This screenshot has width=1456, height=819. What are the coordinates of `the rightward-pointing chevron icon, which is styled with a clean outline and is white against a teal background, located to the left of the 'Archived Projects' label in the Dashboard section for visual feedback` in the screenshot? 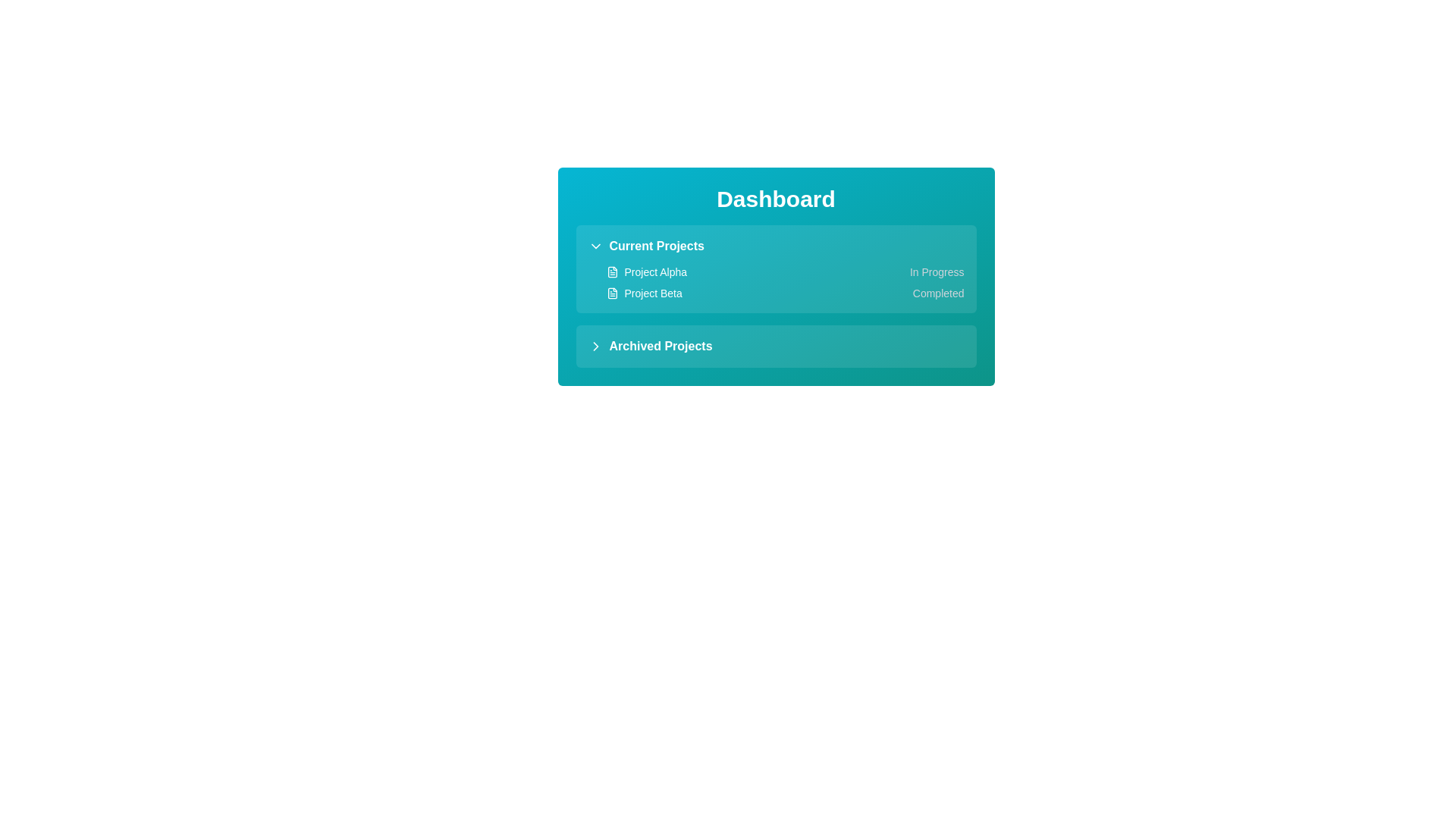 It's located at (595, 346).